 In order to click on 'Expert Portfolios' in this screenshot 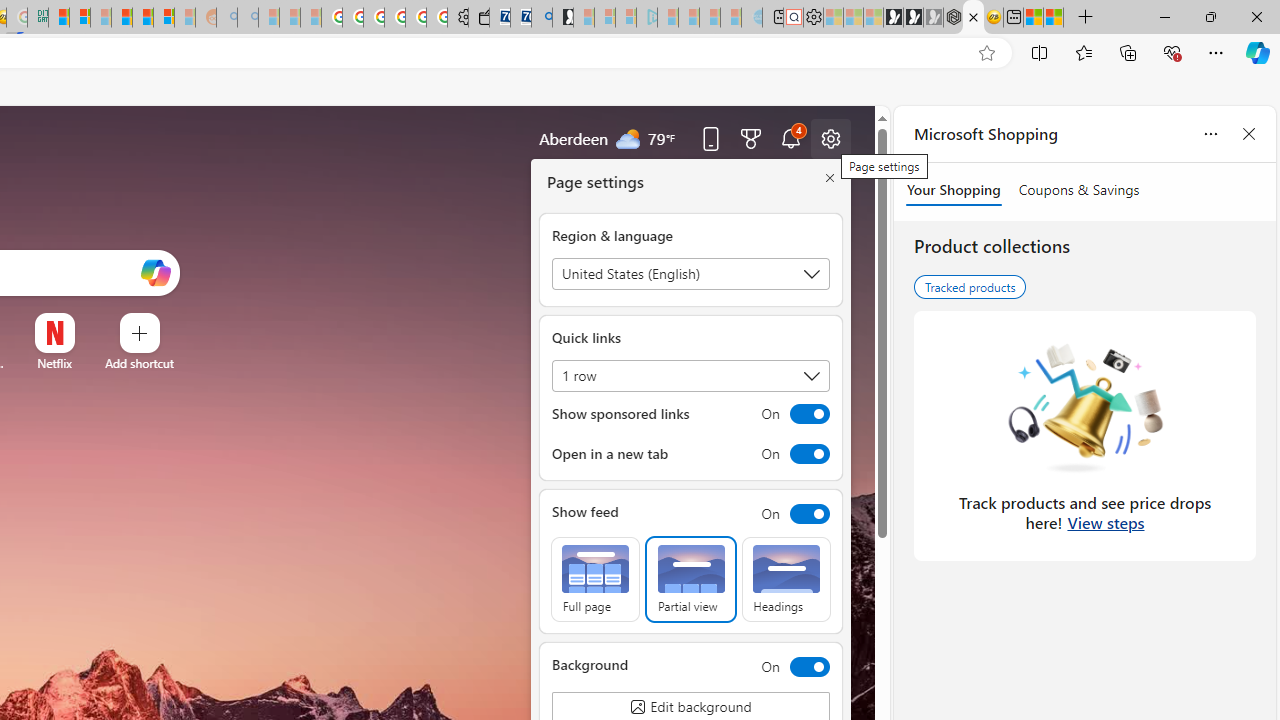, I will do `click(120, 17)`.